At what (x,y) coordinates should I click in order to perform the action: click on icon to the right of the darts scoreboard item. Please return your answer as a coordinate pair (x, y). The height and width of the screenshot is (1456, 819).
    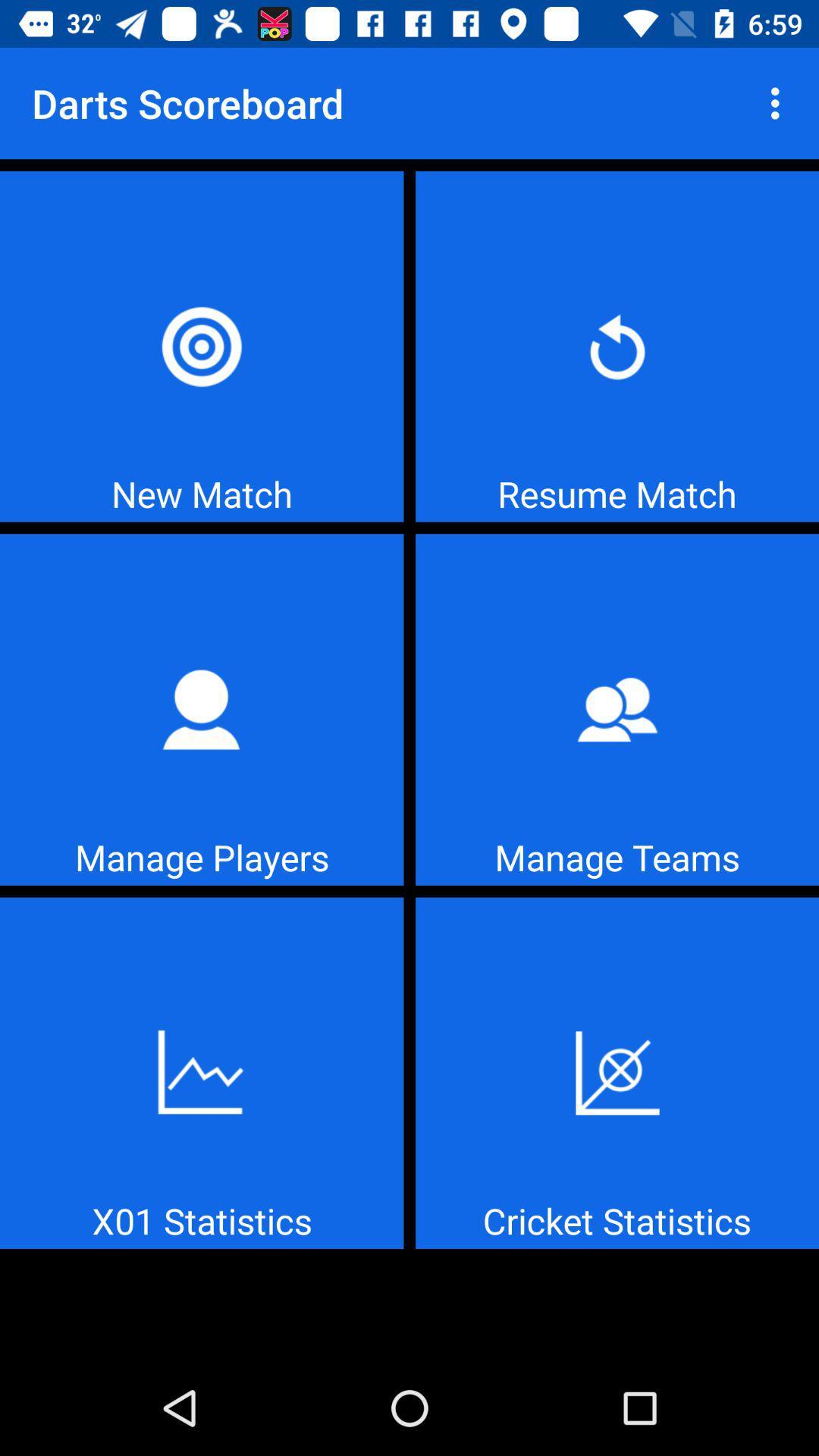
    Looking at the image, I should click on (779, 102).